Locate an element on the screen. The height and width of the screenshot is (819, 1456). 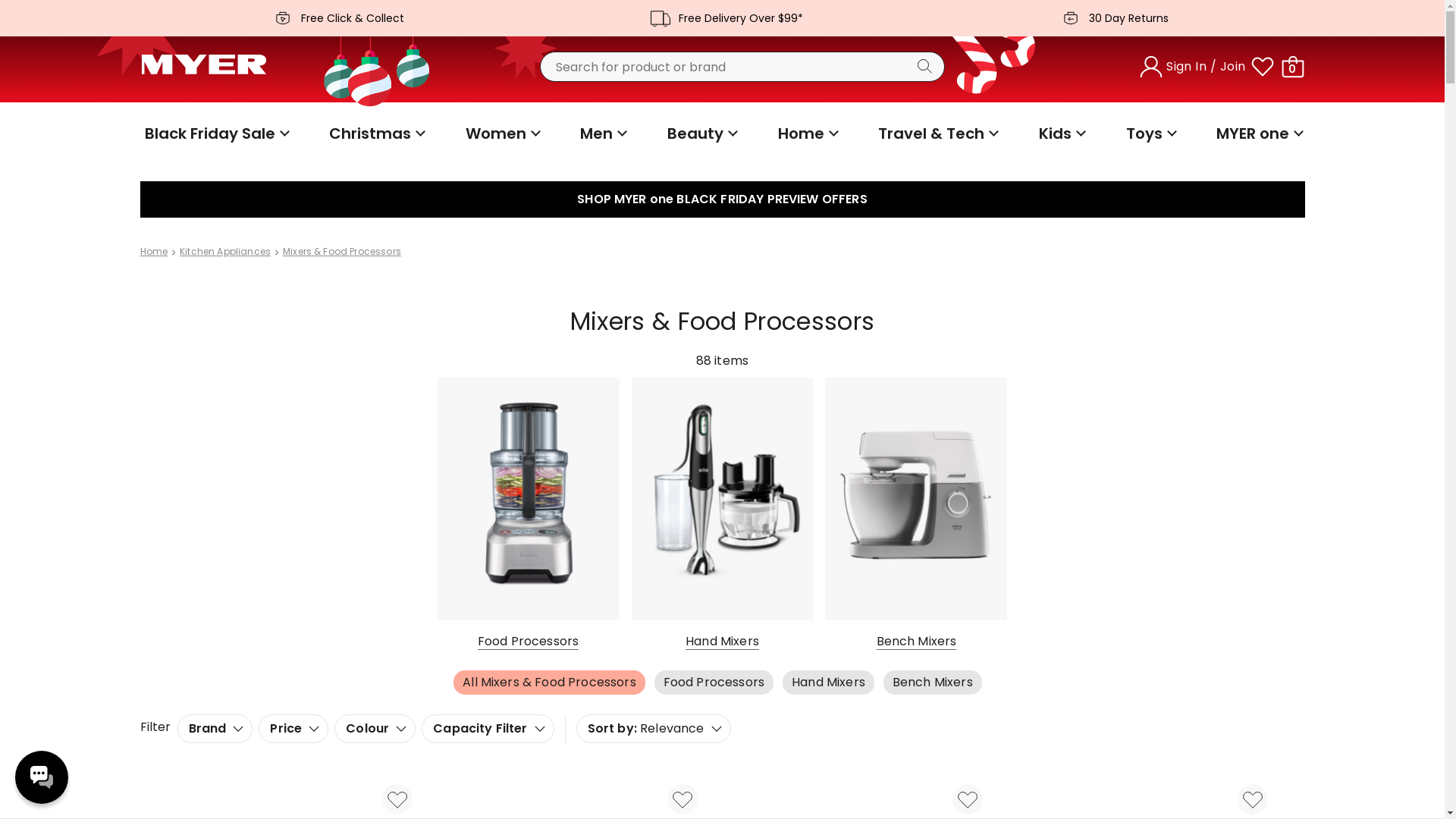
'Christmas' is located at coordinates (375, 133).